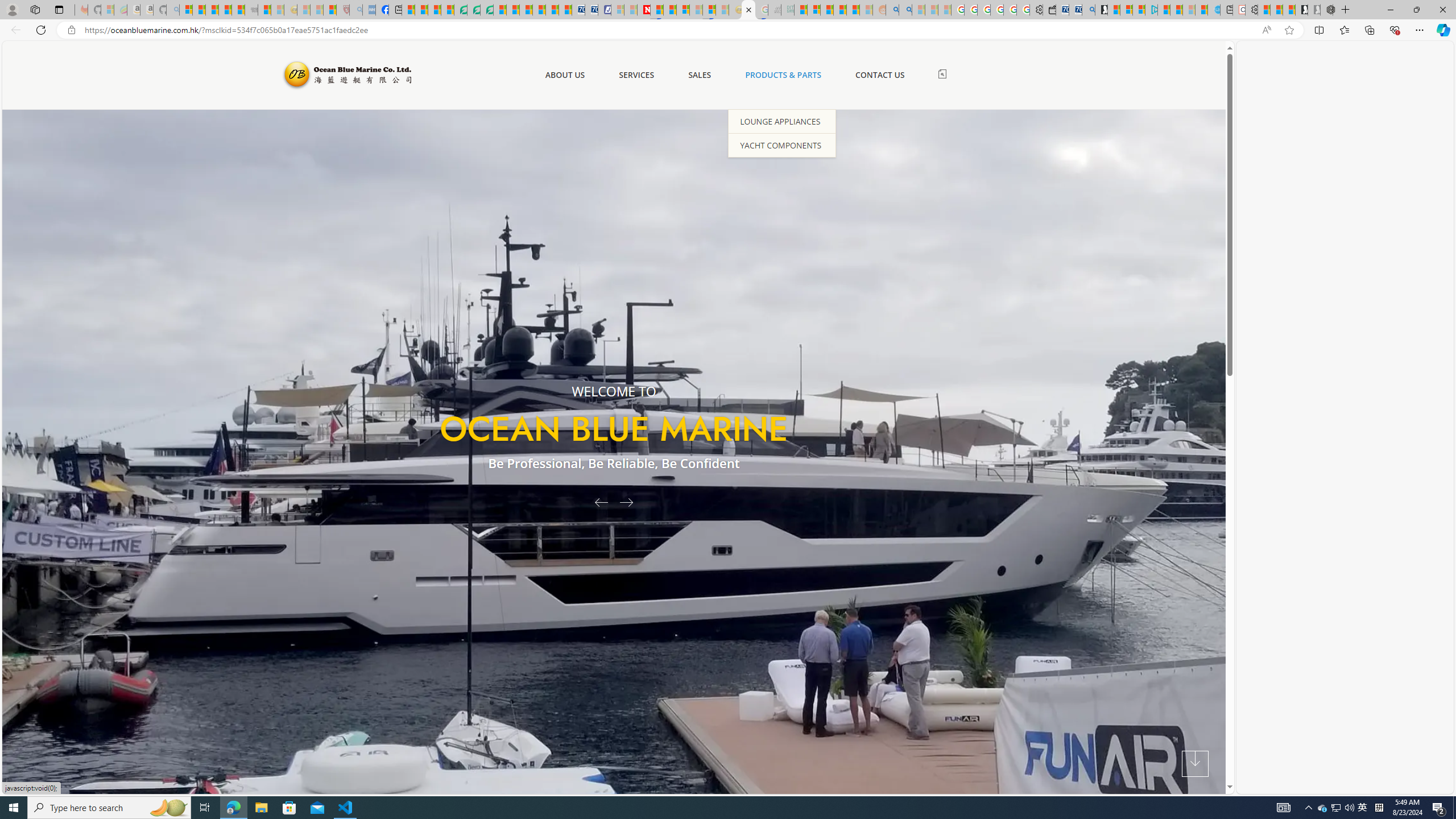 The width and height of the screenshot is (1456, 819). What do you see at coordinates (564, 75) in the screenshot?
I see `'ABOUT US'` at bounding box center [564, 75].